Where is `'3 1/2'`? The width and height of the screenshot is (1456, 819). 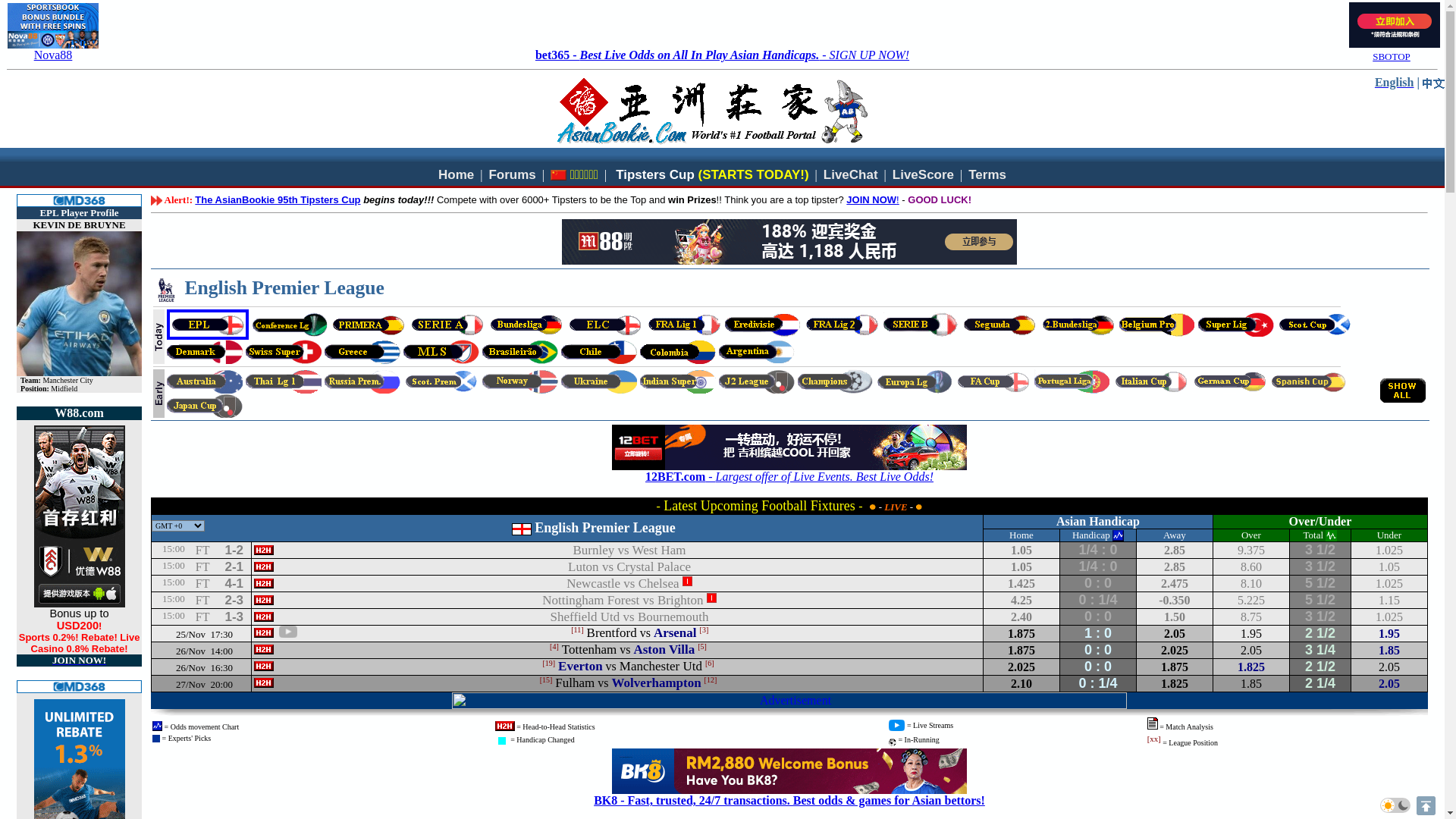 '3 1/2' is located at coordinates (1319, 566).